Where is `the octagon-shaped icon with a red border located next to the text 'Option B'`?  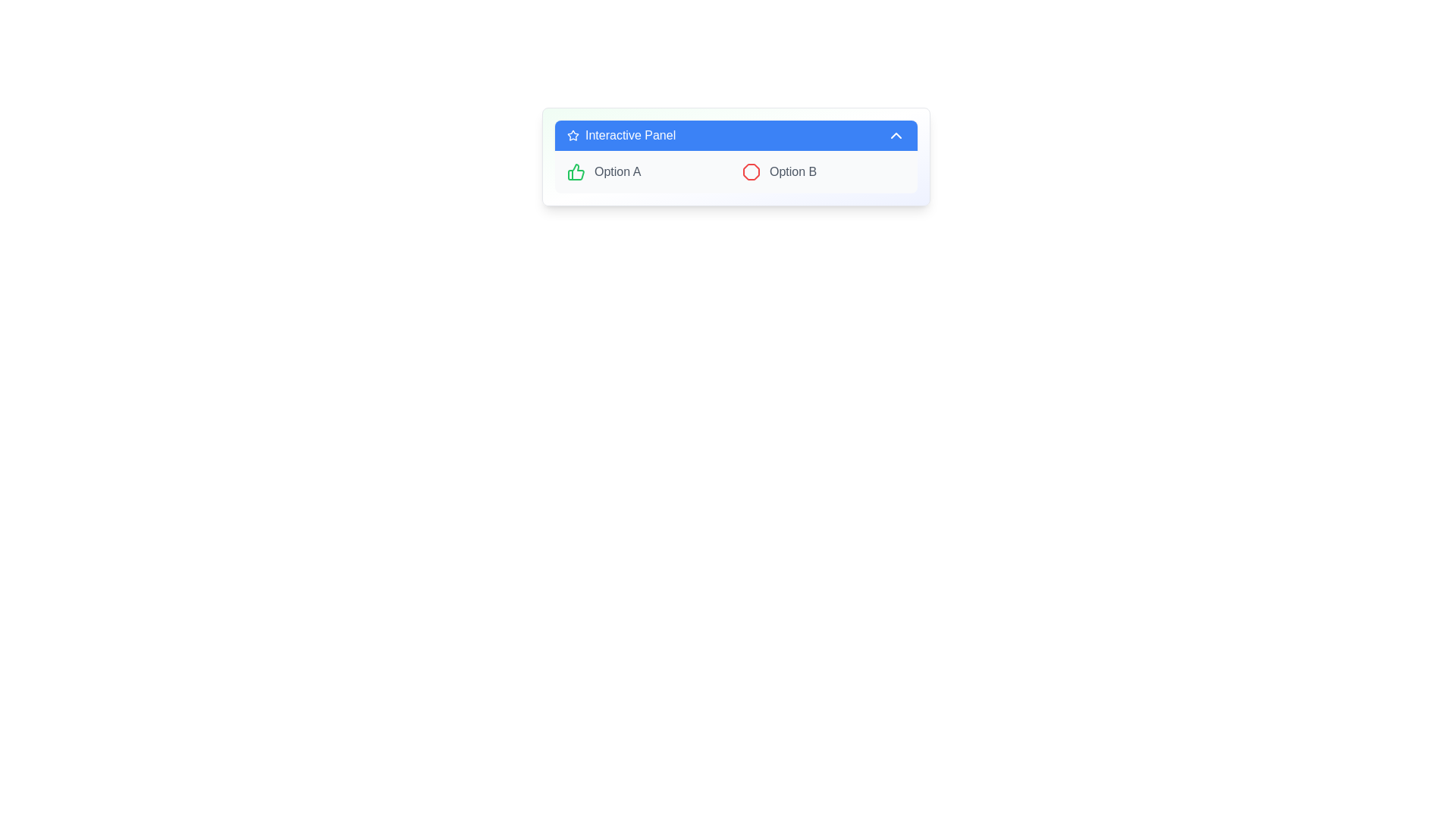
the octagon-shaped icon with a red border located next to the text 'Option B' is located at coordinates (751, 171).